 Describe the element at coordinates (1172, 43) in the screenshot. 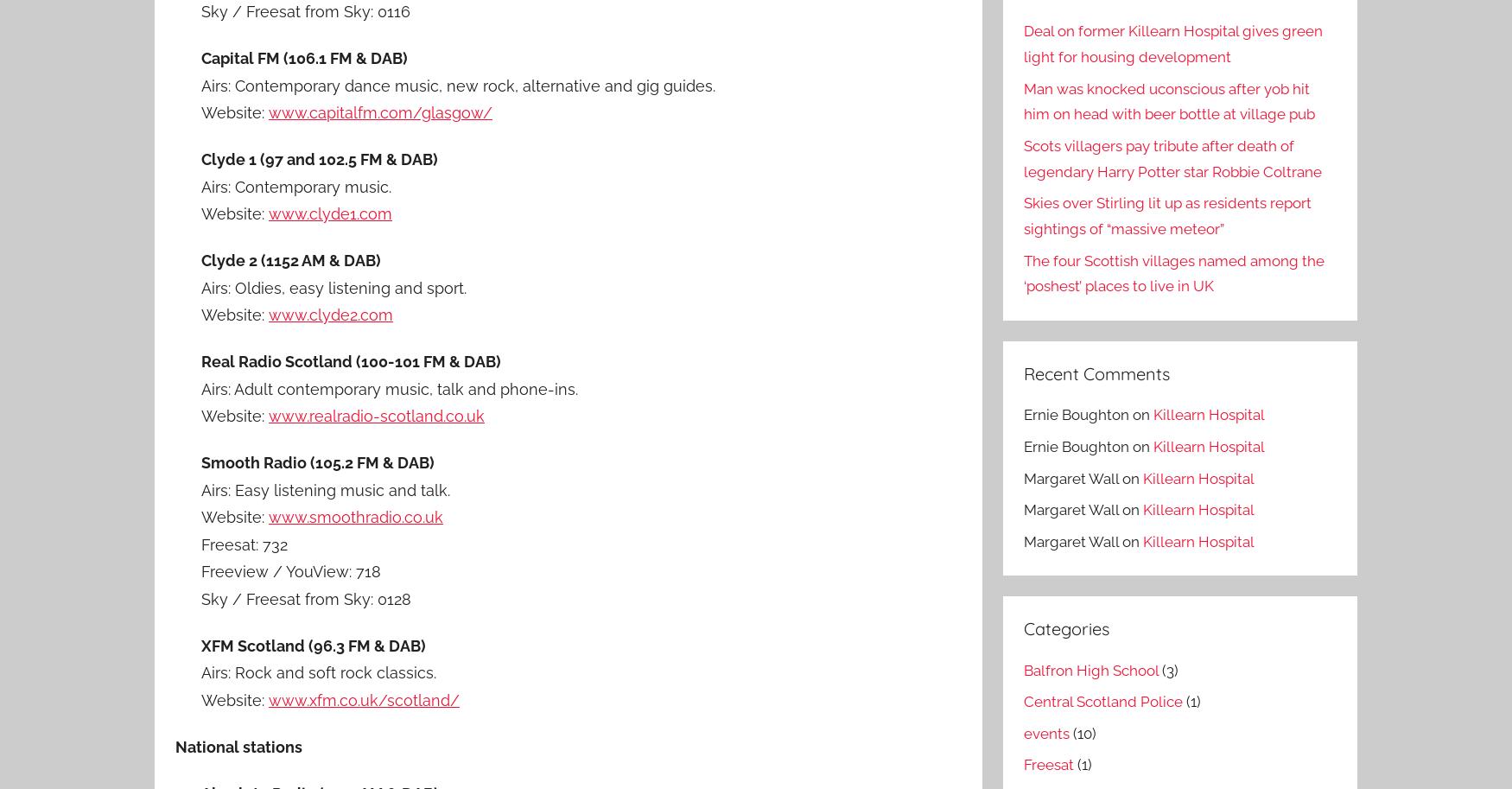

I see `'Deal on former Killearn Hospital gives green light for housing development'` at that location.